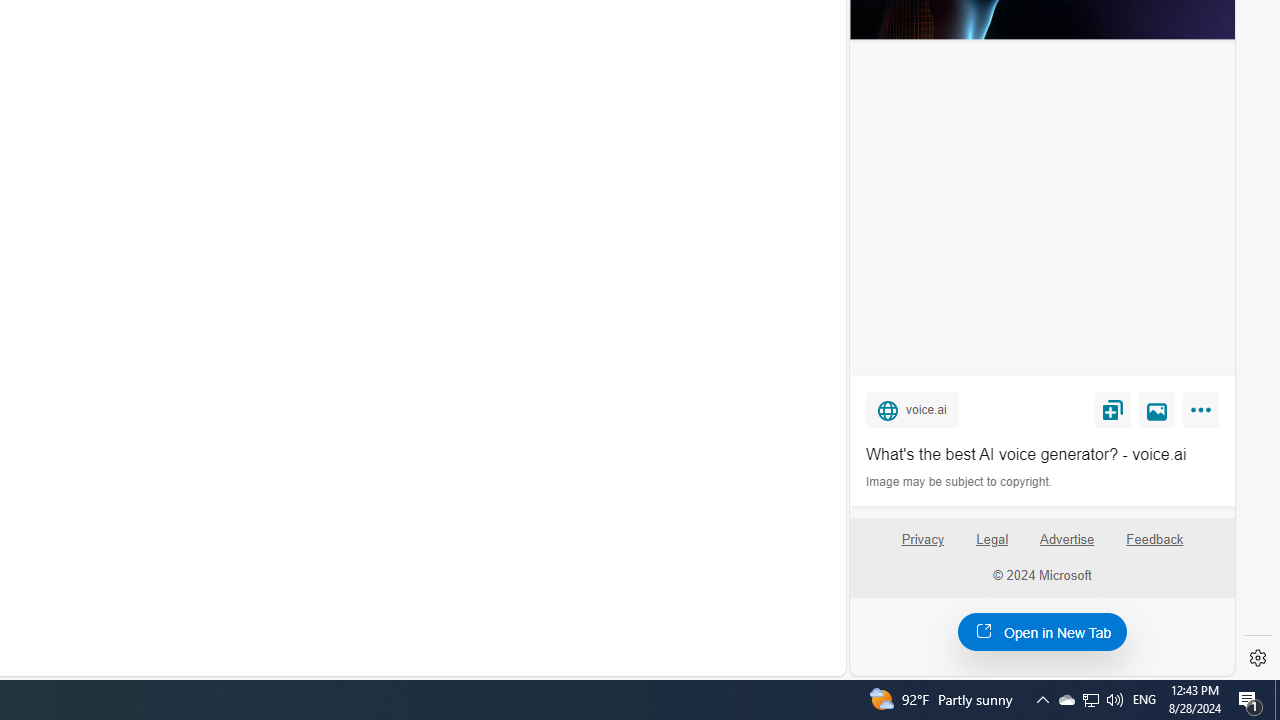 Image resolution: width=1280 pixels, height=720 pixels. Describe the element at coordinates (1157, 408) in the screenshot. I see `'View image'` at that location.